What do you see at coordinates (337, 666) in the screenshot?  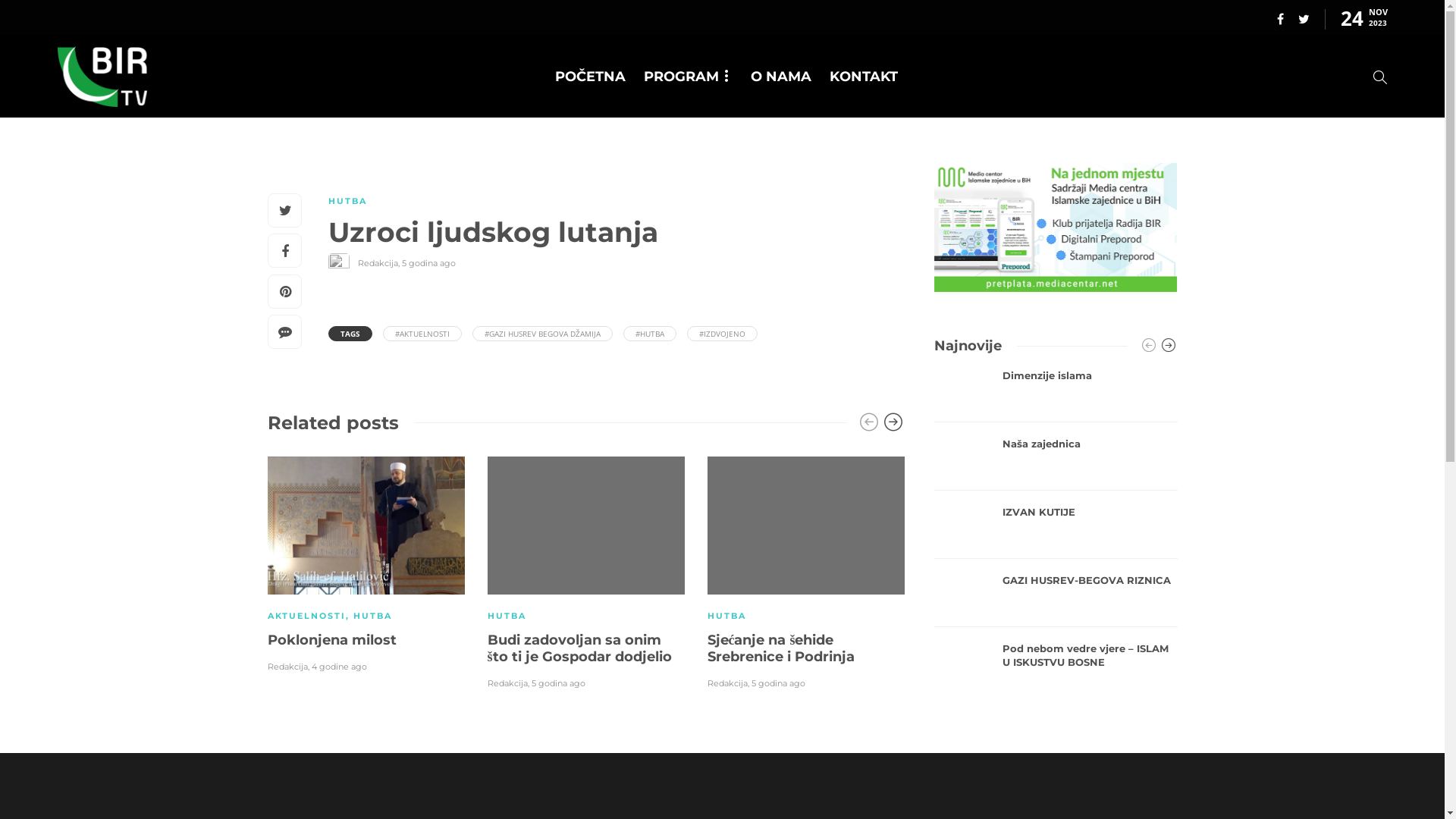 I see `'4 godine ago'` at bounding box center [337, 666].